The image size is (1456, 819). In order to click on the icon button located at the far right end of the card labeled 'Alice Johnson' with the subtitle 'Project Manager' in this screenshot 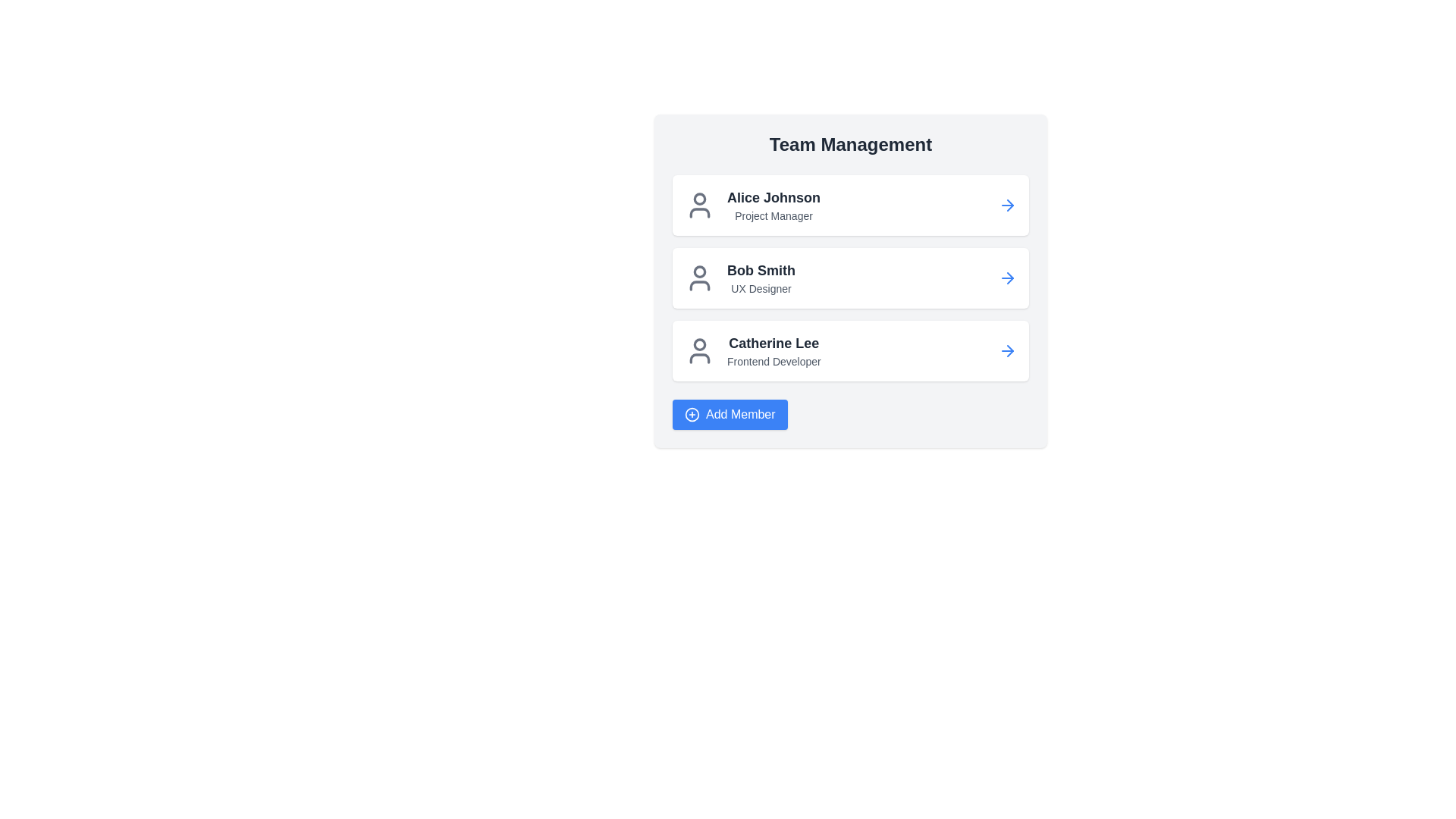, I will do `click(1008, 205)`.